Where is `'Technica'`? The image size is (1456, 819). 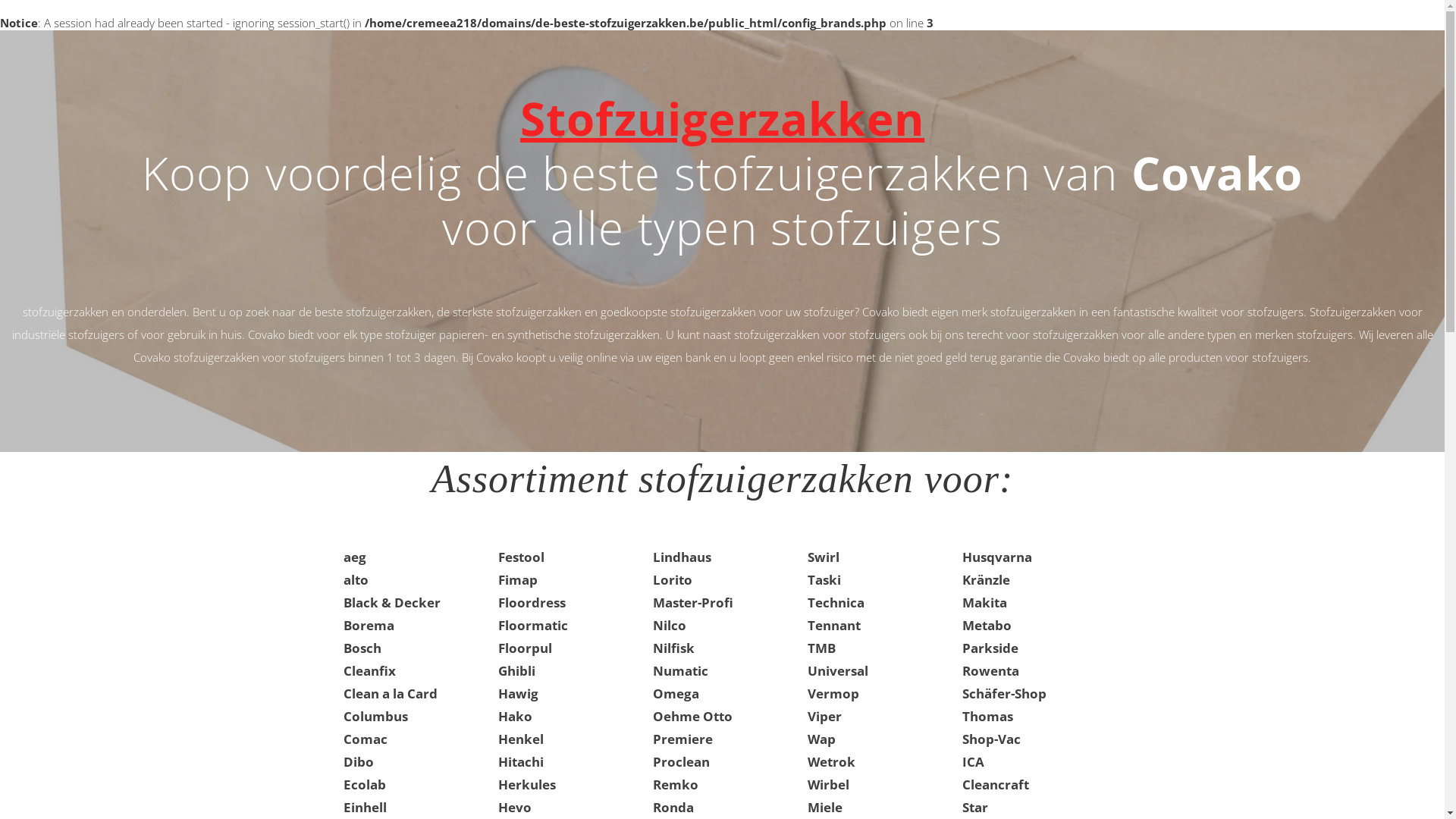 'Technica' is located at coordinates (834, 601).